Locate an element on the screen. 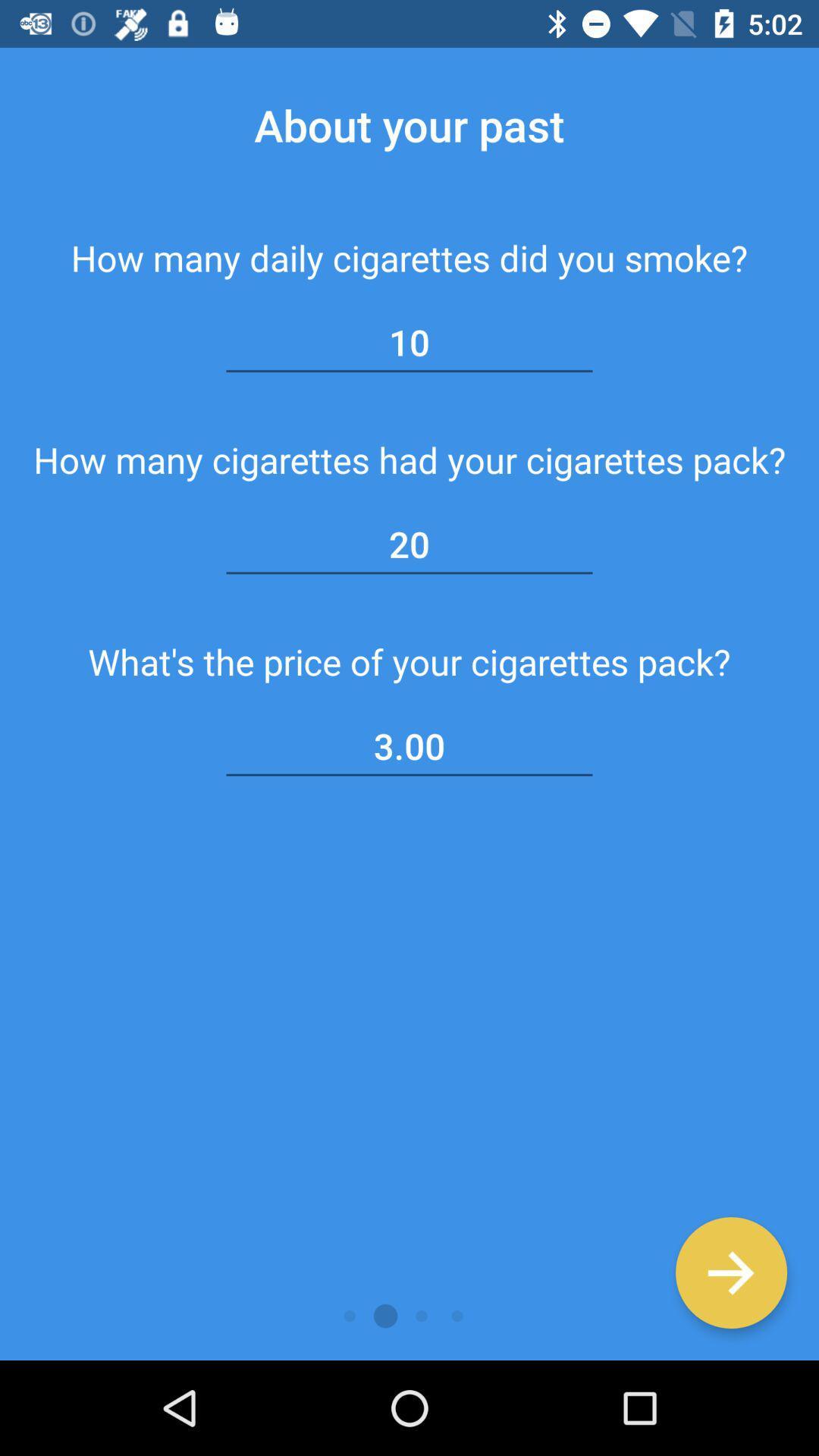  the arrow_forward icon is located at coordinates (730, 1272).